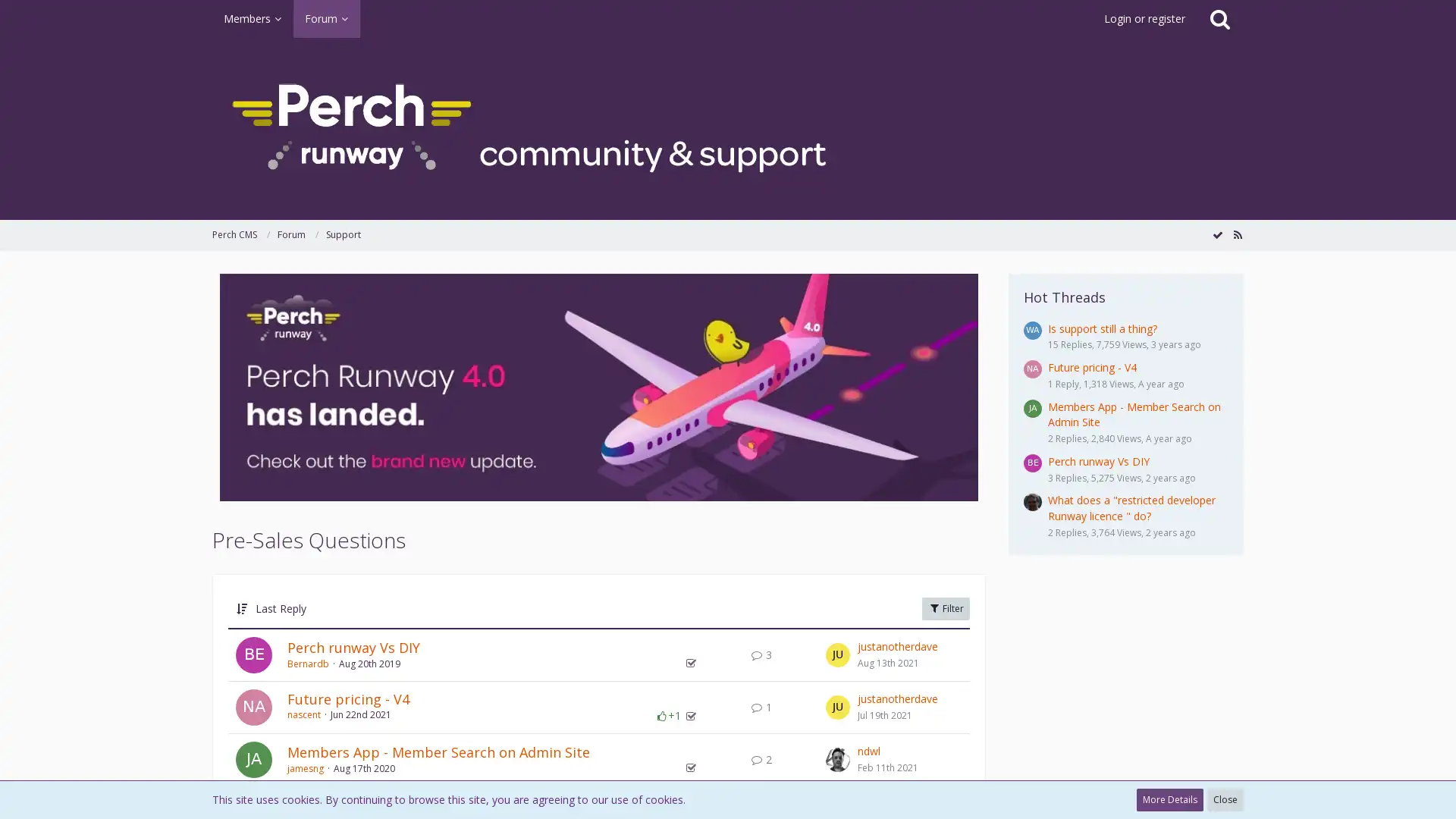 This screenshot has width=1456, height=819. Describe the element at coordinates (945, 607) in the screenshot. I see `Filter` at that location.